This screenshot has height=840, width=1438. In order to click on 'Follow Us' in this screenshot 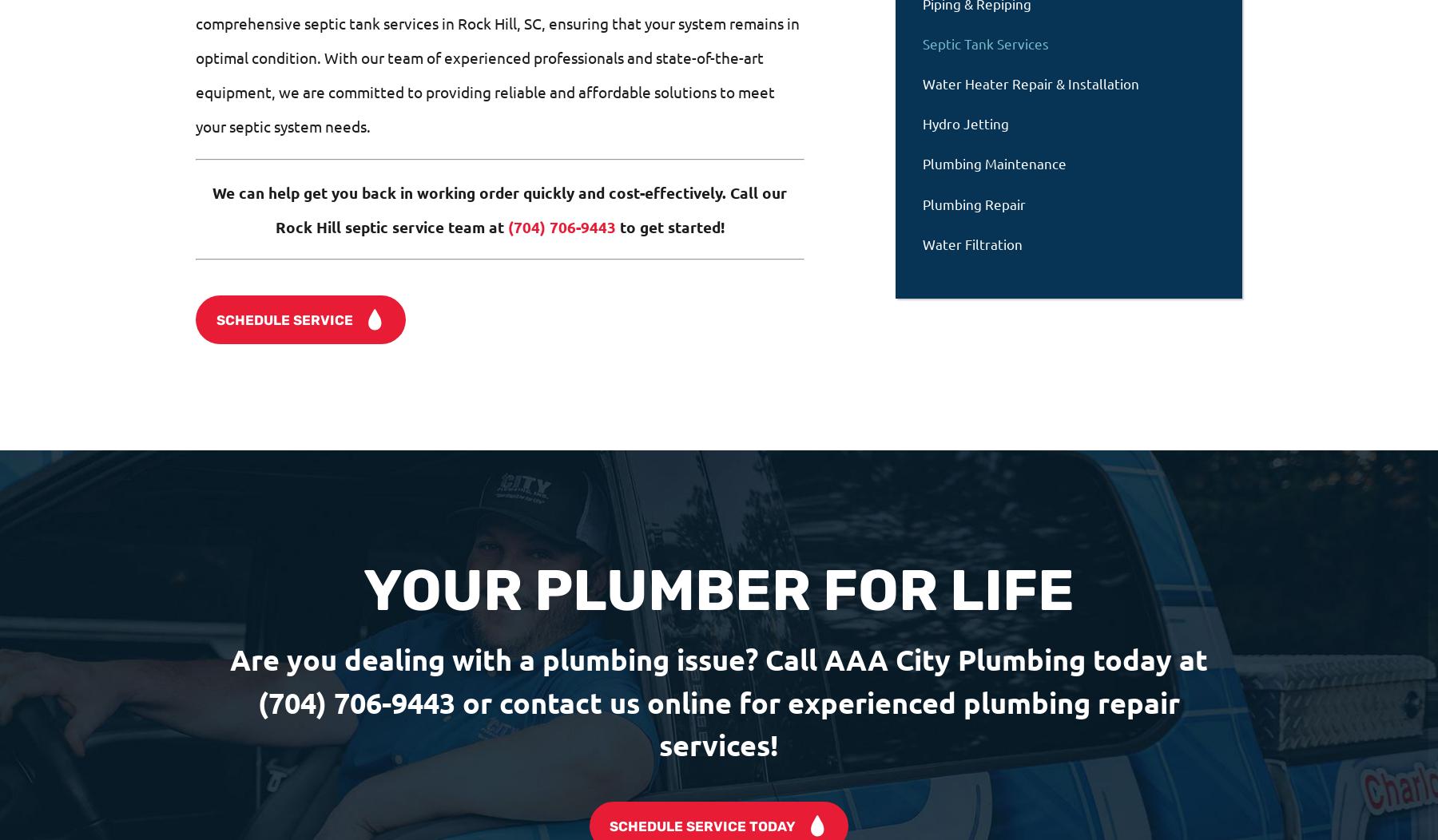, I will do `click(1158, 618)`.